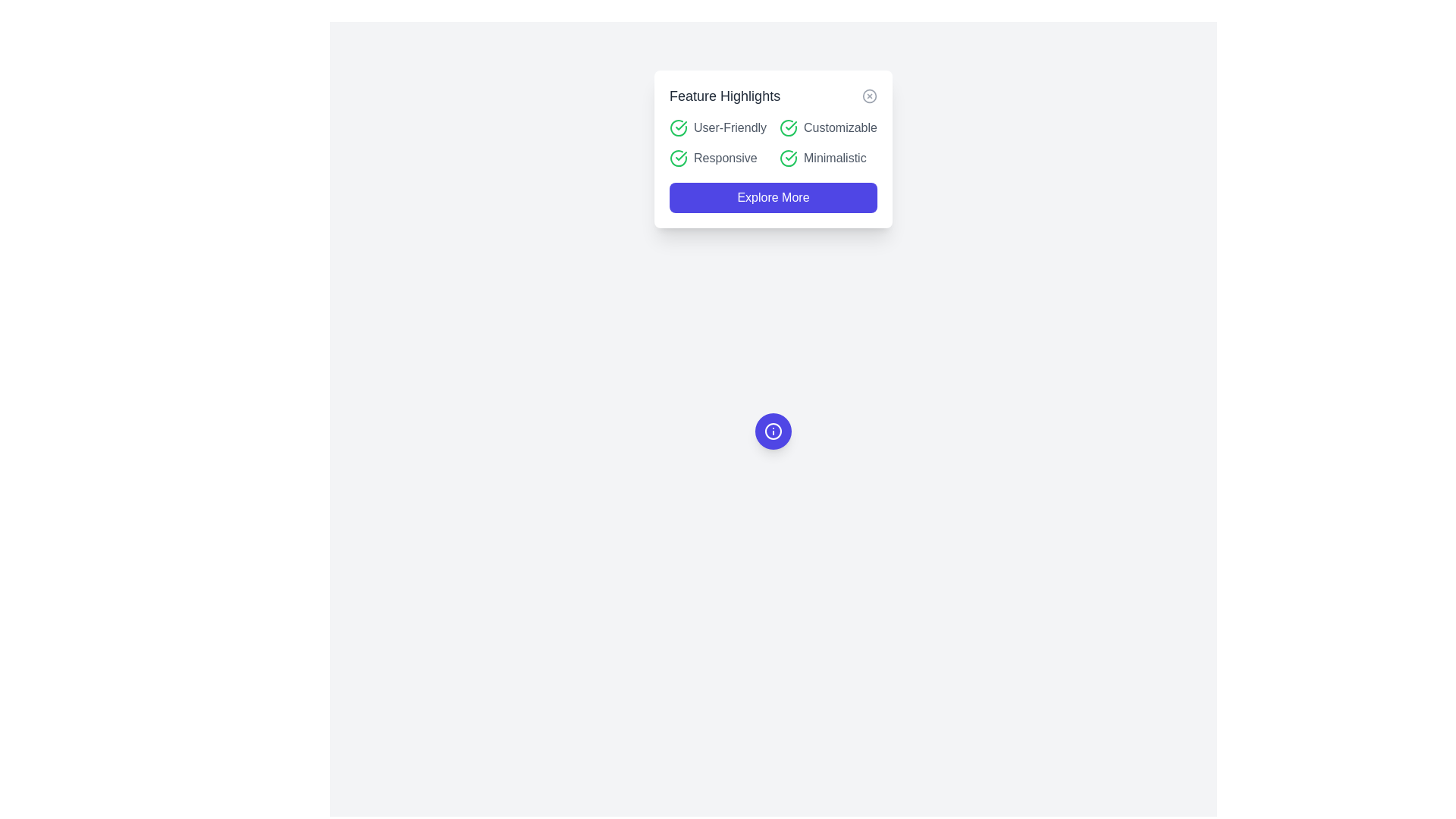  Describe the element at coordinates (773, 431) in the screenshot. I see `the circular button with a blue background and white outlining to observe its hover effect` at that location.